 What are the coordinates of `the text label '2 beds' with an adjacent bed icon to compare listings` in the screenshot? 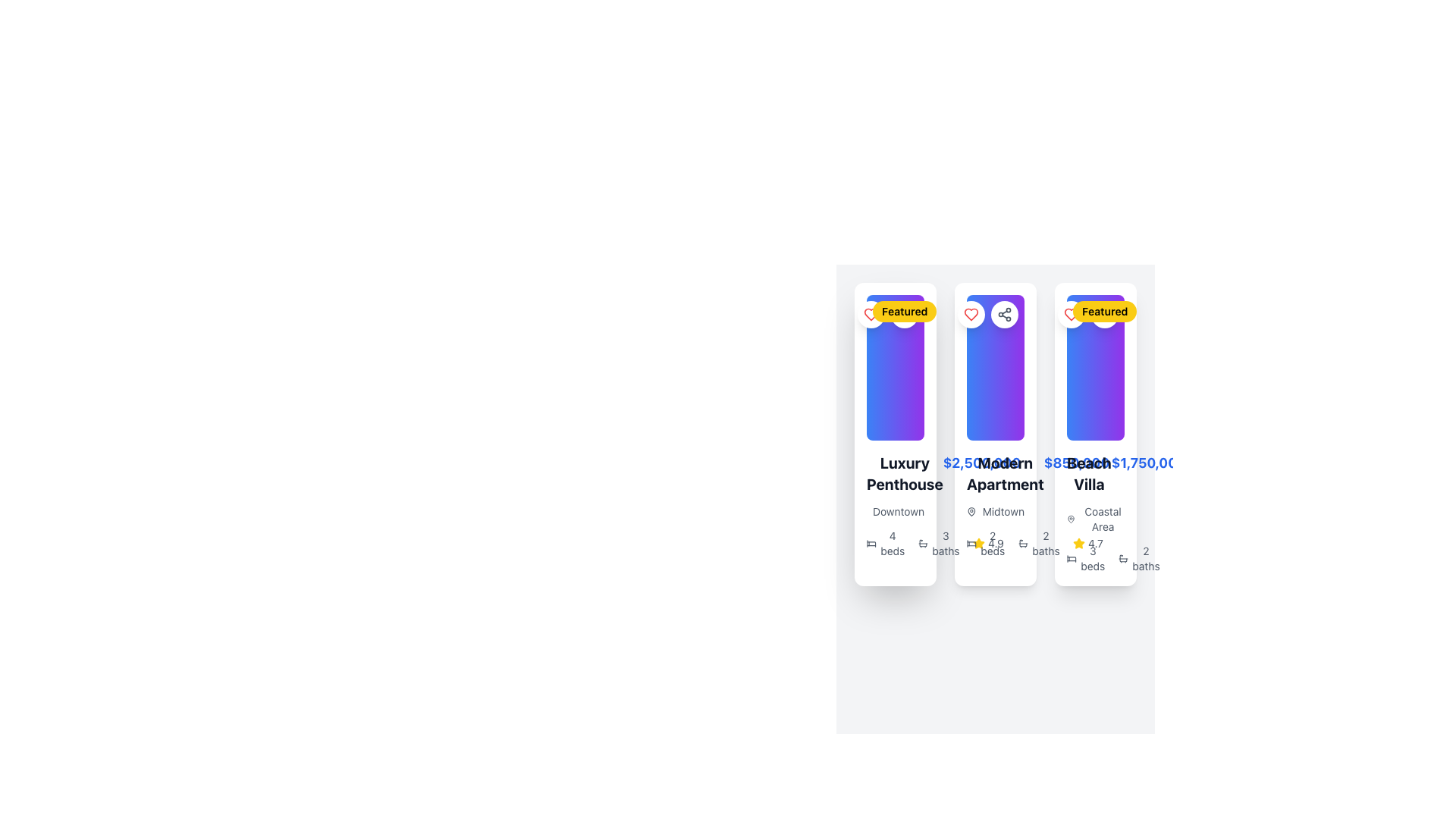 It's located at (986, 543).